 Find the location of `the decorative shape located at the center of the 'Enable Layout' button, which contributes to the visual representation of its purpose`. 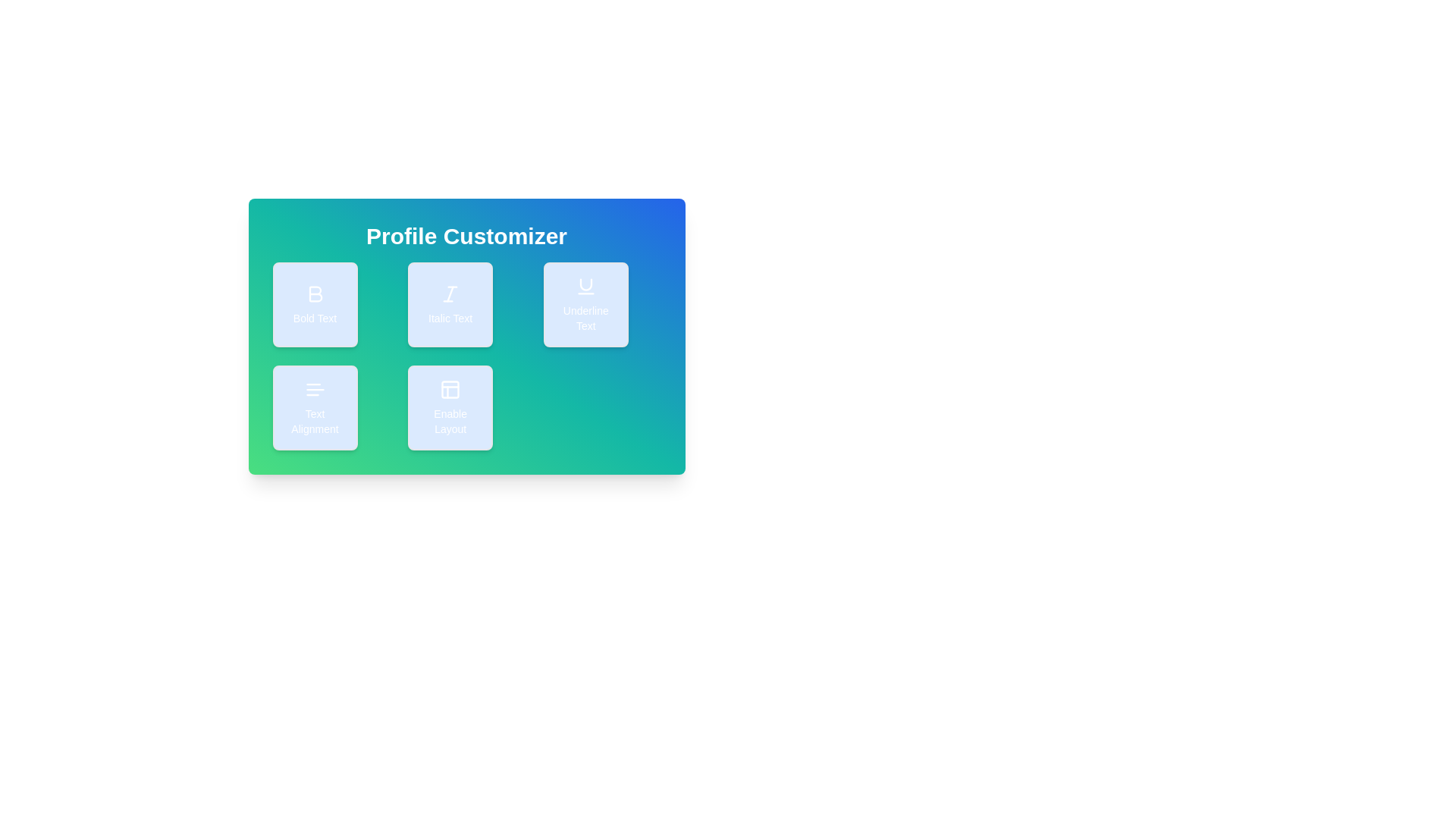

the decorative shape located at the center of the 'Enable Layout' button, which contributes to the visual representation of its purpose is located at coordinates (450, 388).